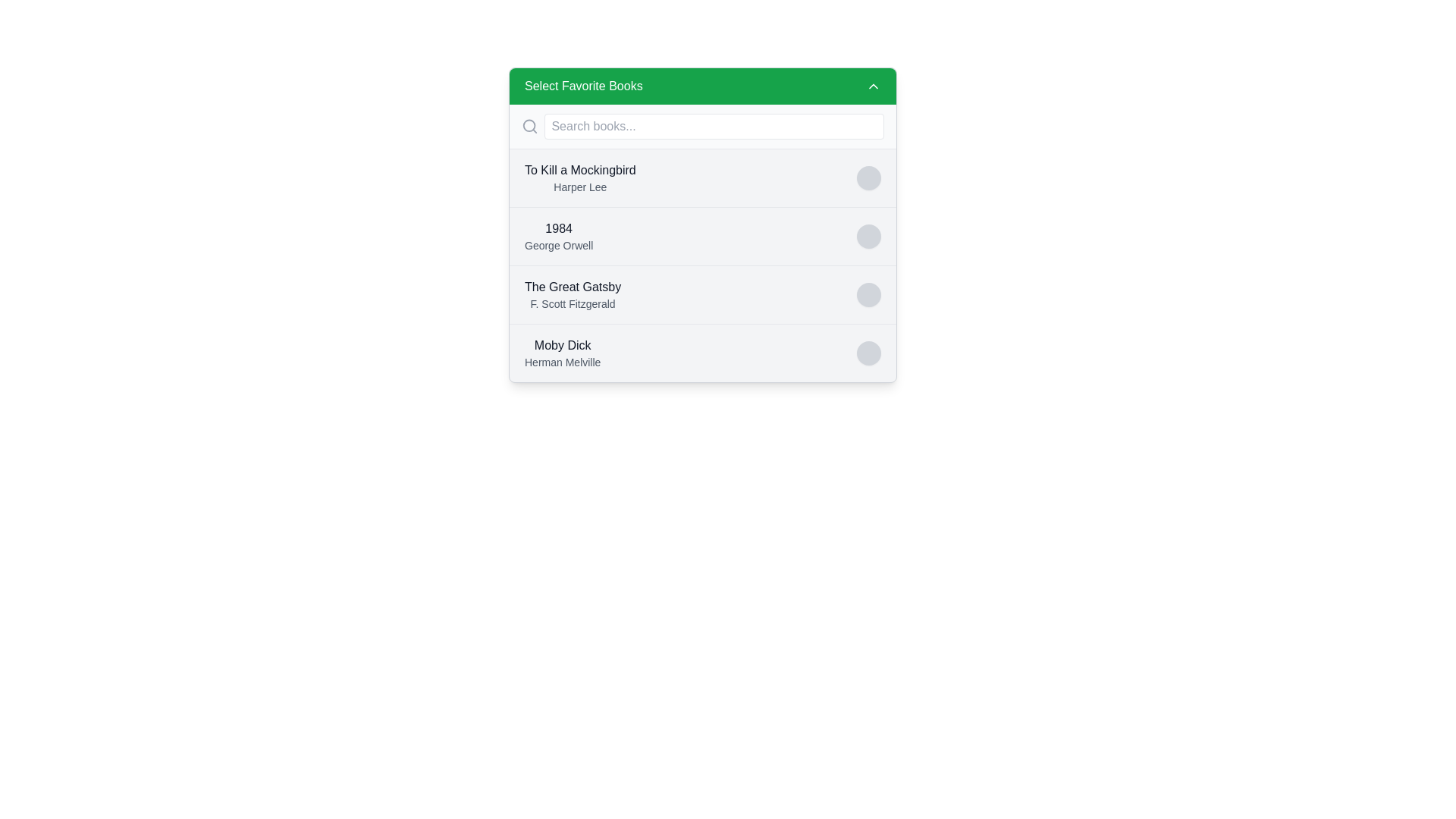 The width and height of the screenshot is (1456, 819). What do you see at coordinates (579, 186) in the screenshot?
I see `text label 'Harper Lee' located below the book title 'To Kill a Mockingbird' in the book list` at bounding box center [579, 186].